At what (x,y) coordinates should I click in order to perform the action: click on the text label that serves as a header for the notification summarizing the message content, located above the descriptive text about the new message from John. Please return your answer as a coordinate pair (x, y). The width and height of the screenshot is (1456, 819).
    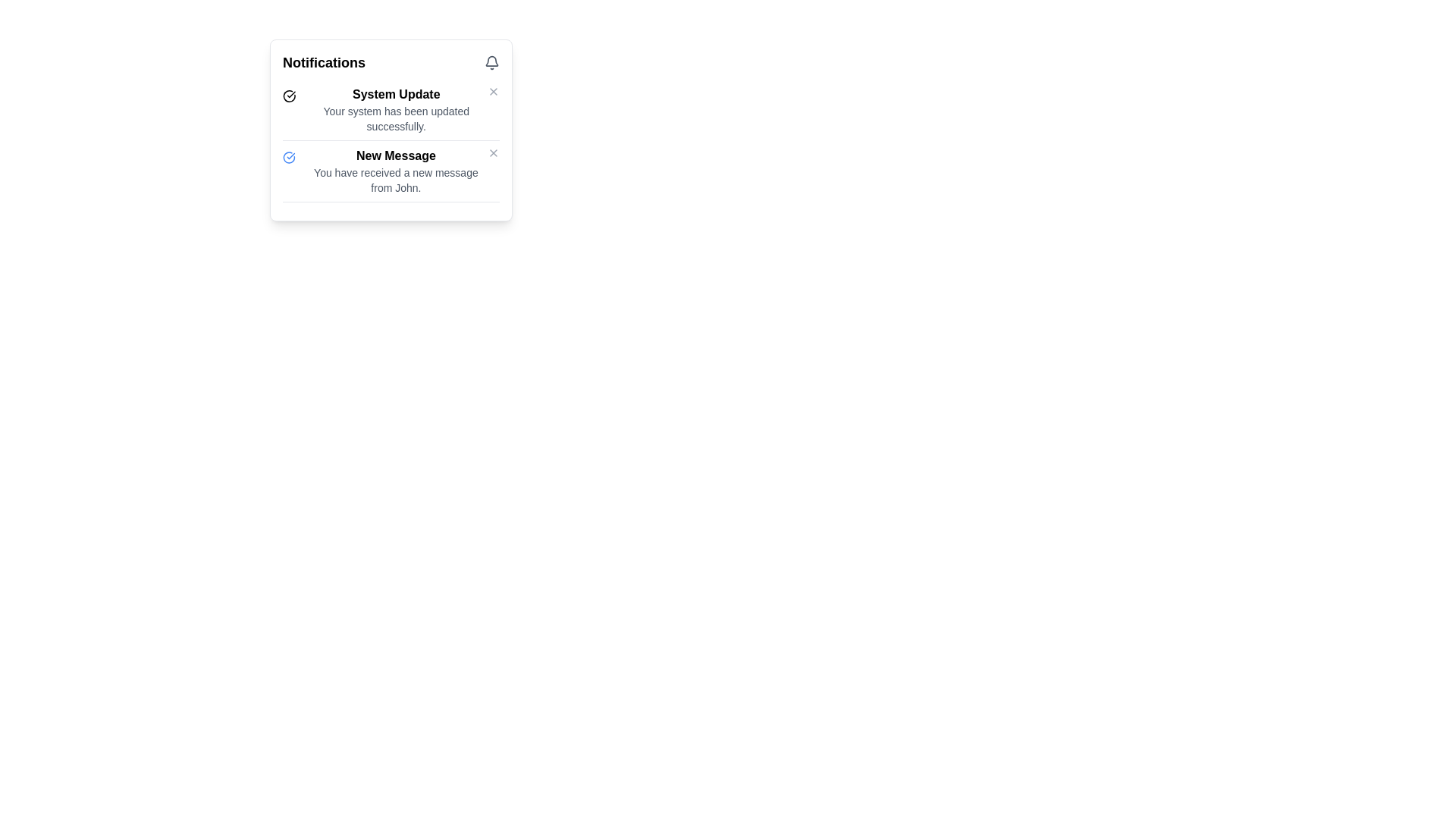
    Looking at the image, I should click on (396, 155).